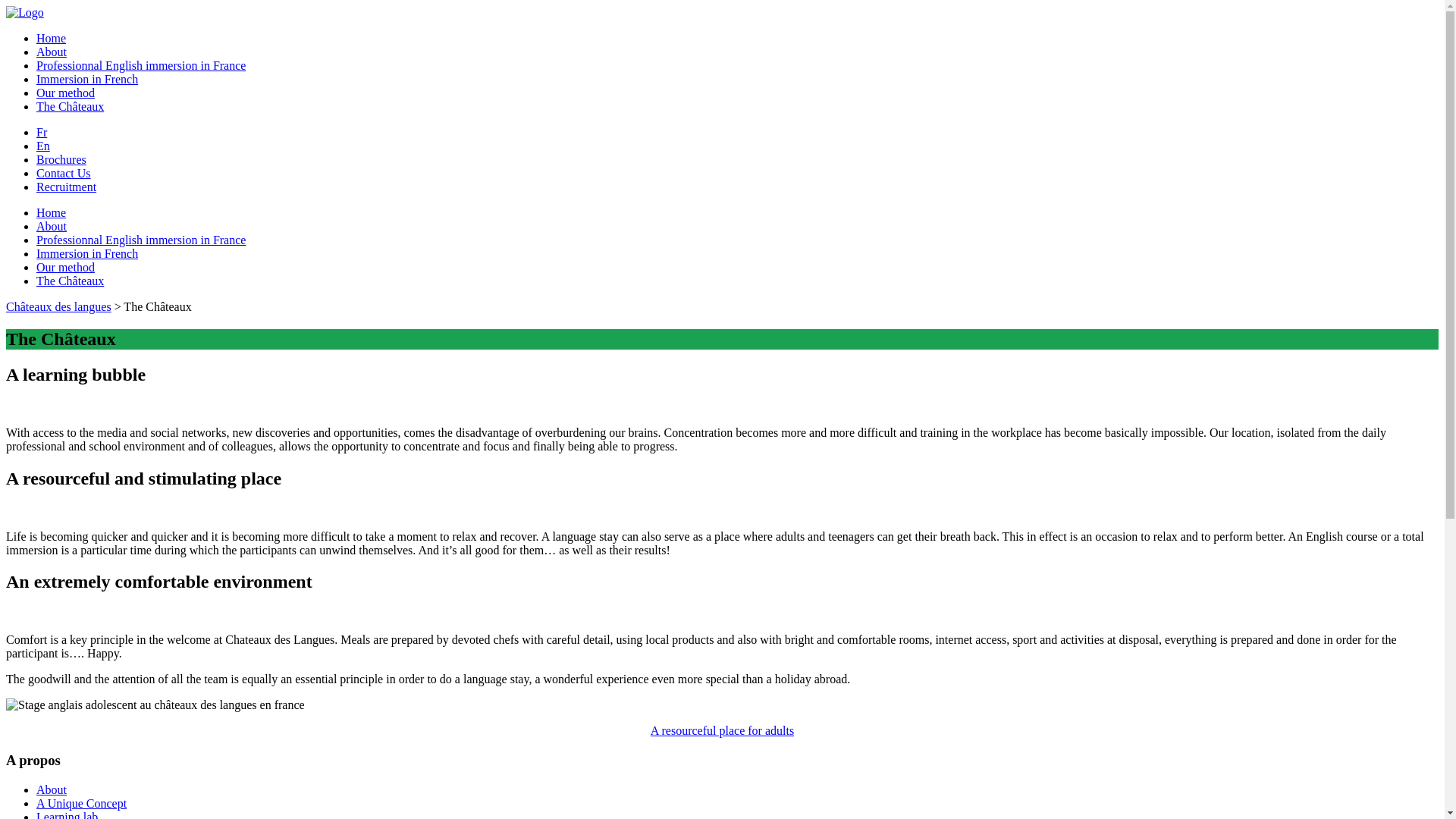 Image resolution: width=1456 pixels, height=819 pixels. What do you see at coordinates (141, 239) in the screenshot?
I see `'Professionnal English immersion in France'` at bounding box center [141, 239].